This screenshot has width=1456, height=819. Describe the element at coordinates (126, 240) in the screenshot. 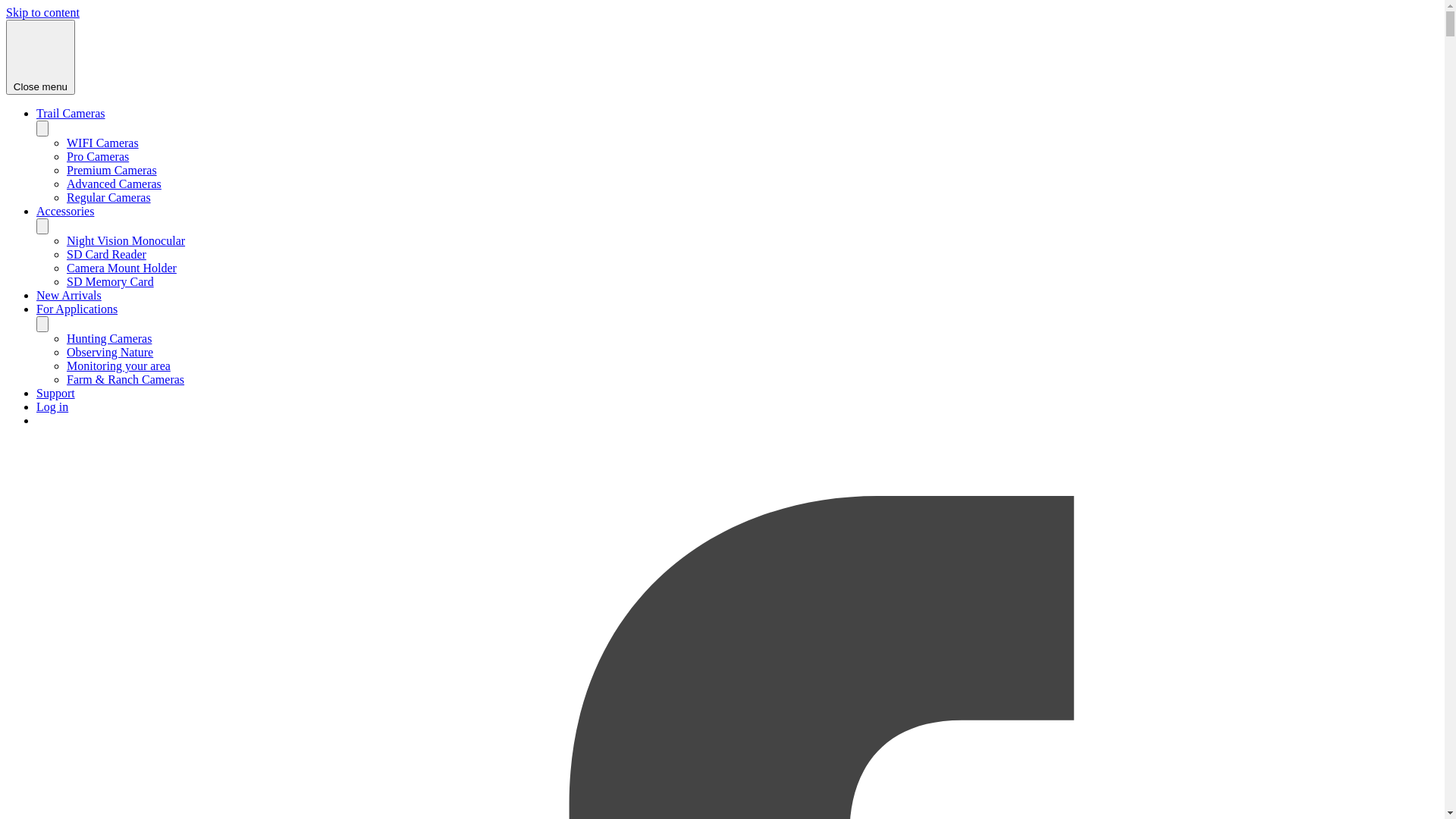

I see `'Night Vision Monocular'` at that location.